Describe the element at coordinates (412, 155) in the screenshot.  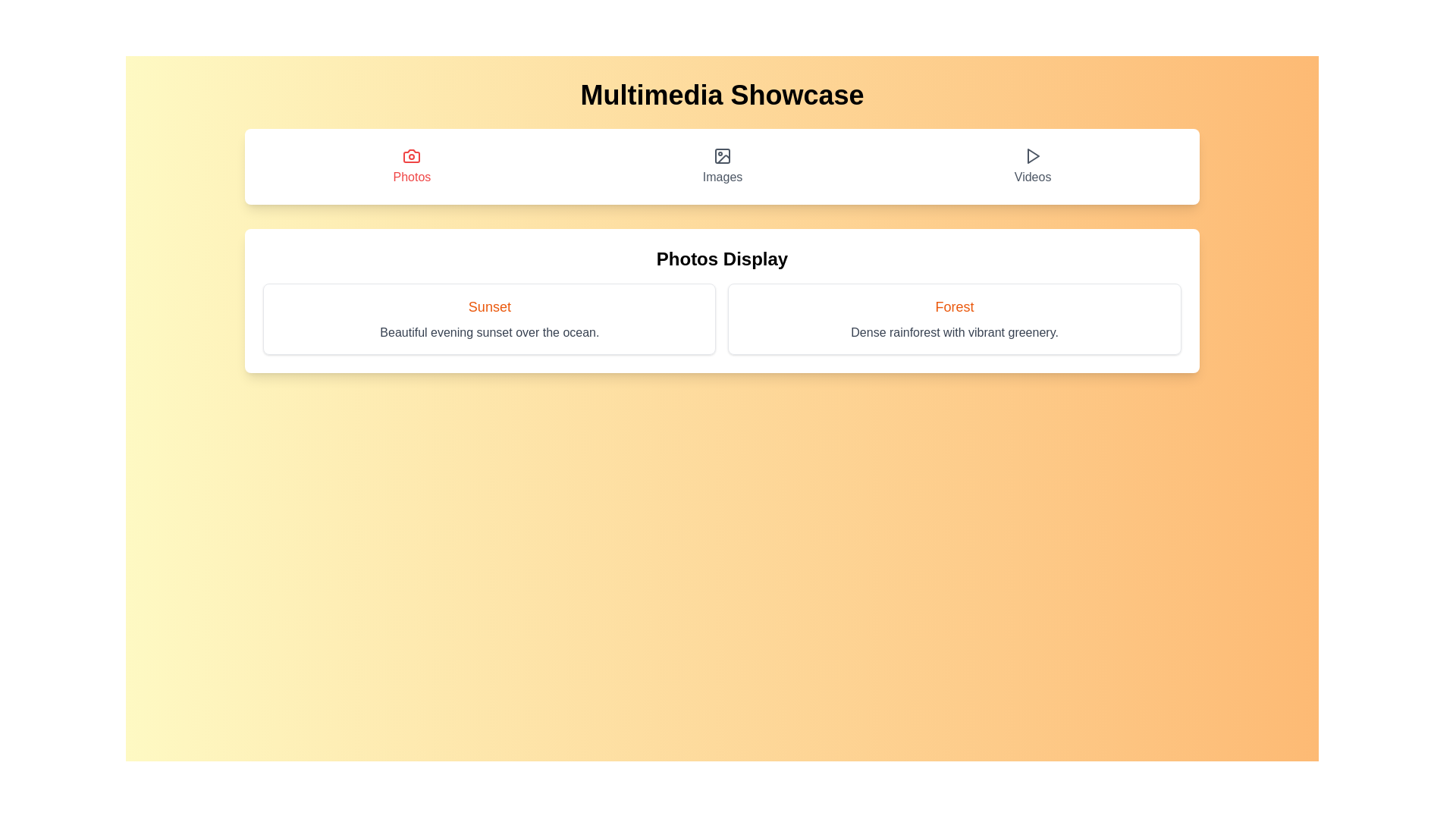
I see `the red-styled camera icon located above the 'Photos' label, which is centered within the first button of three elements labeled 'Photos', 'Images', and 'Videos'` at that location.